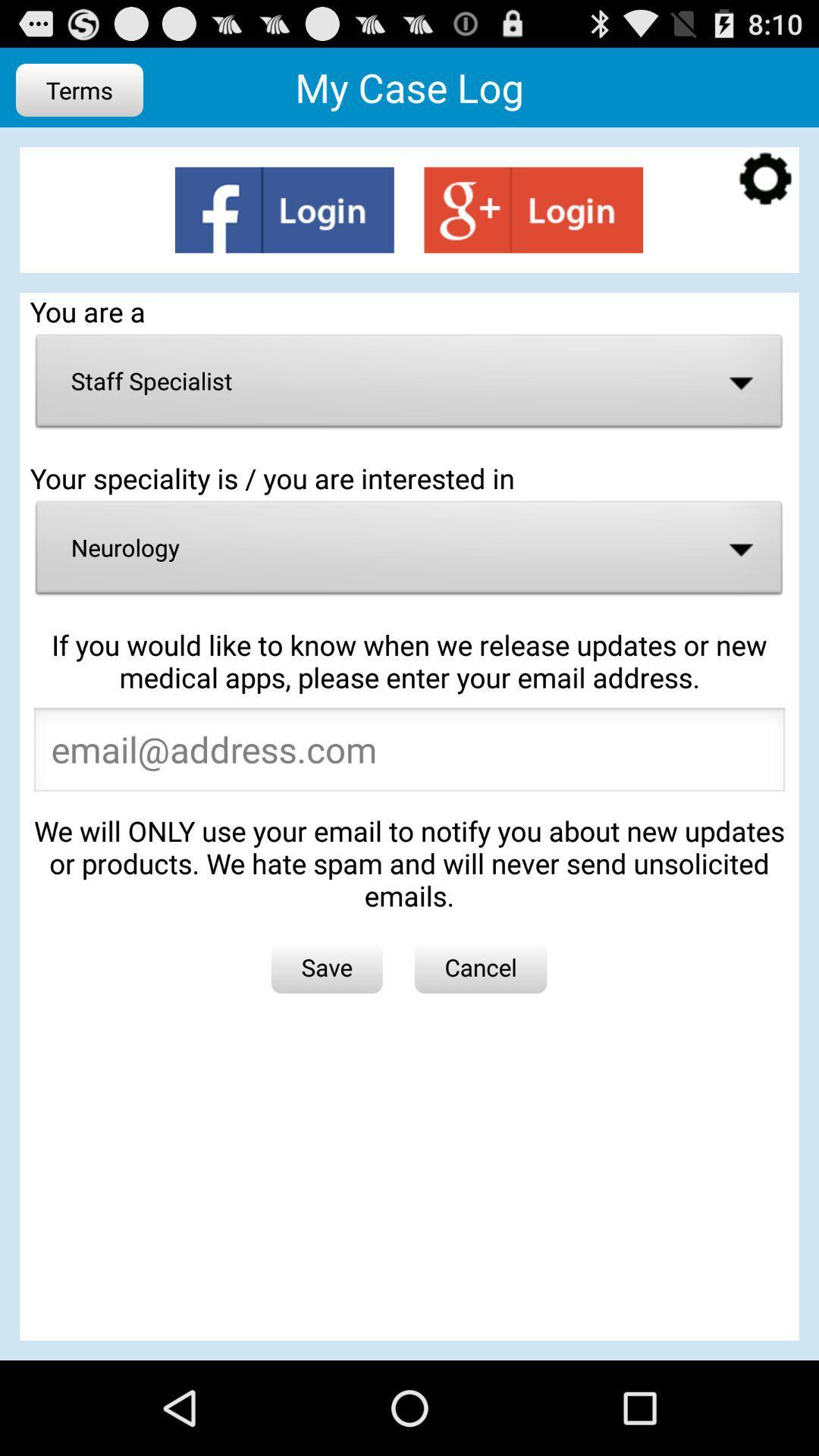 This screenshot has width=819, height=1456. Describe the element at coordinates (409, 754) in the screenshot. I see `email address field` at that location.